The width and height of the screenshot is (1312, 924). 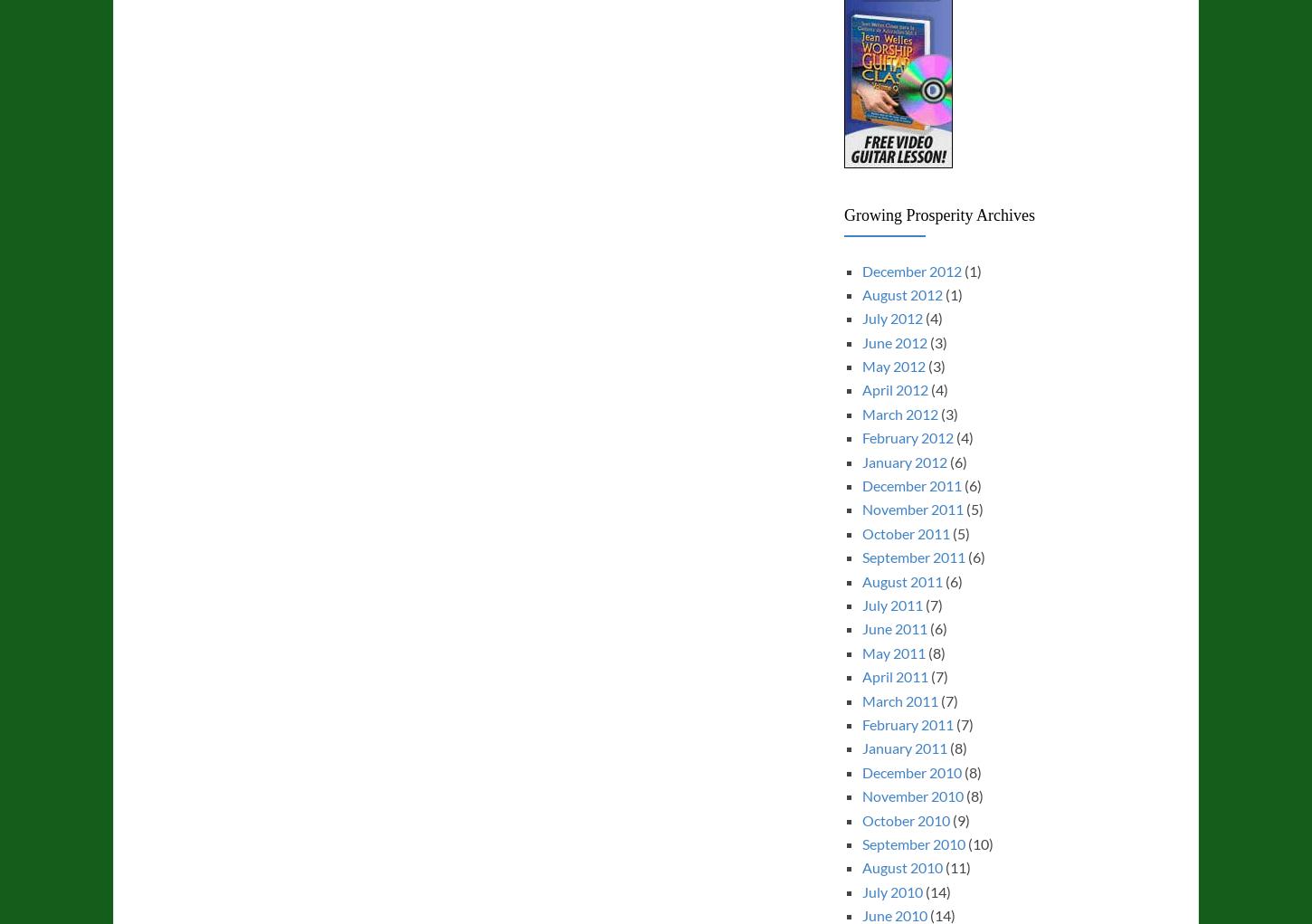 What do you see at coordinates (860, 557) in the screenshot?
I see `'September 2011'` at bounding box center [860, 557].